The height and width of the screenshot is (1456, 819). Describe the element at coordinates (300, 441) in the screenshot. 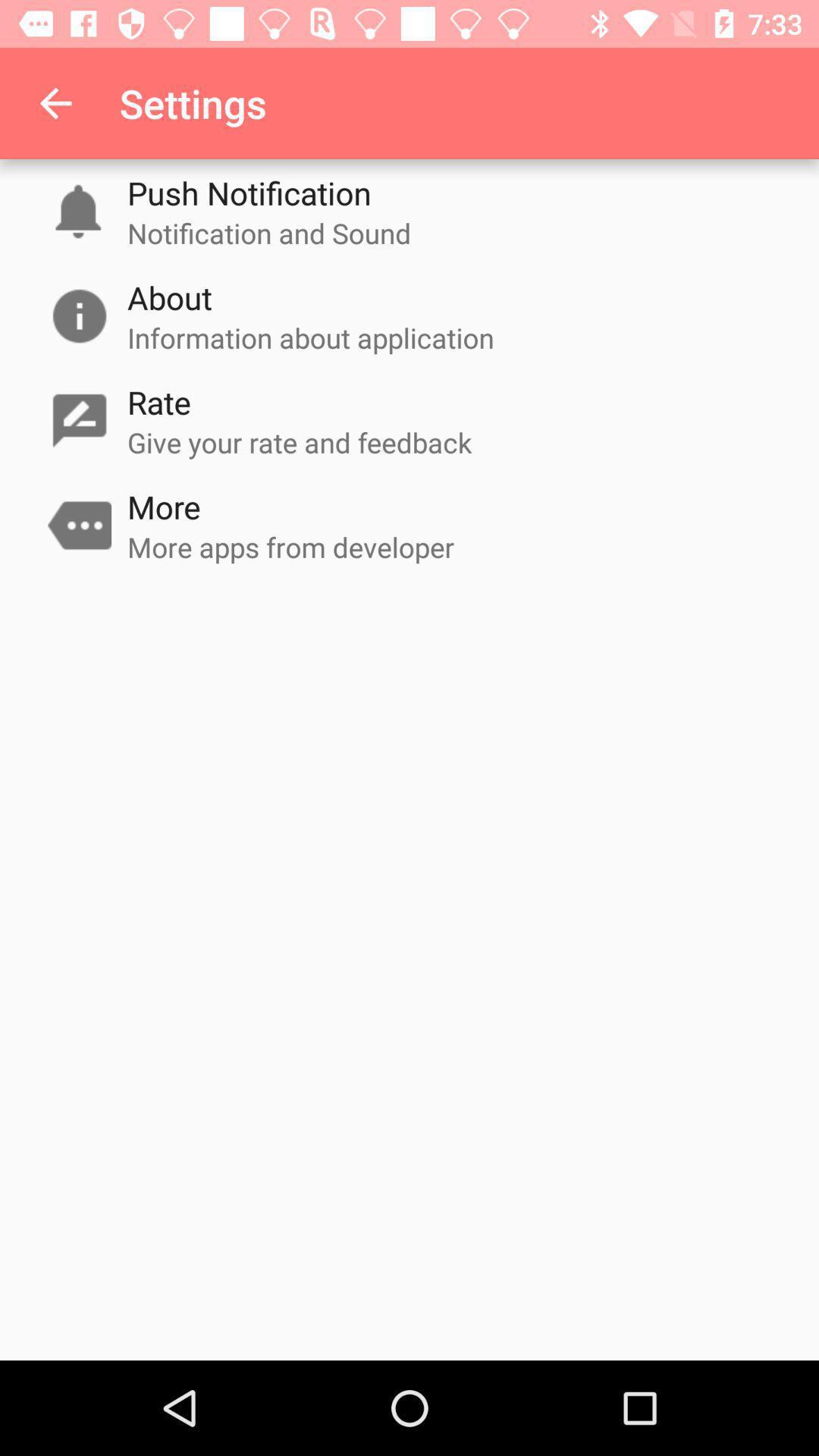

I see `the give your rate` at that location.